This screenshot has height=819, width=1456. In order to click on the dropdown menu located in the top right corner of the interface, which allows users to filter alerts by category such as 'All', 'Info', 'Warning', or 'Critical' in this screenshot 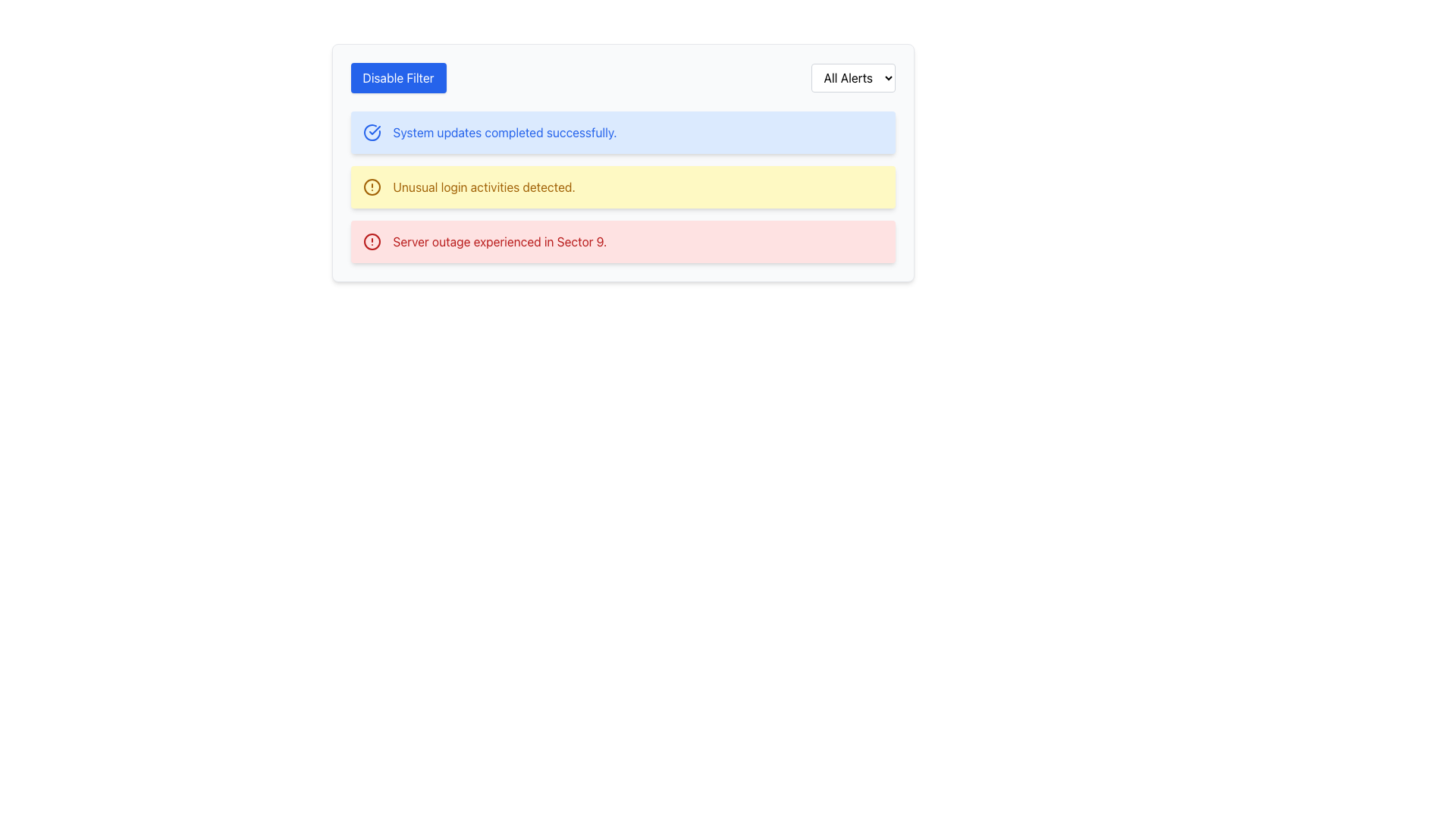, I will do `click(852, 78)`.